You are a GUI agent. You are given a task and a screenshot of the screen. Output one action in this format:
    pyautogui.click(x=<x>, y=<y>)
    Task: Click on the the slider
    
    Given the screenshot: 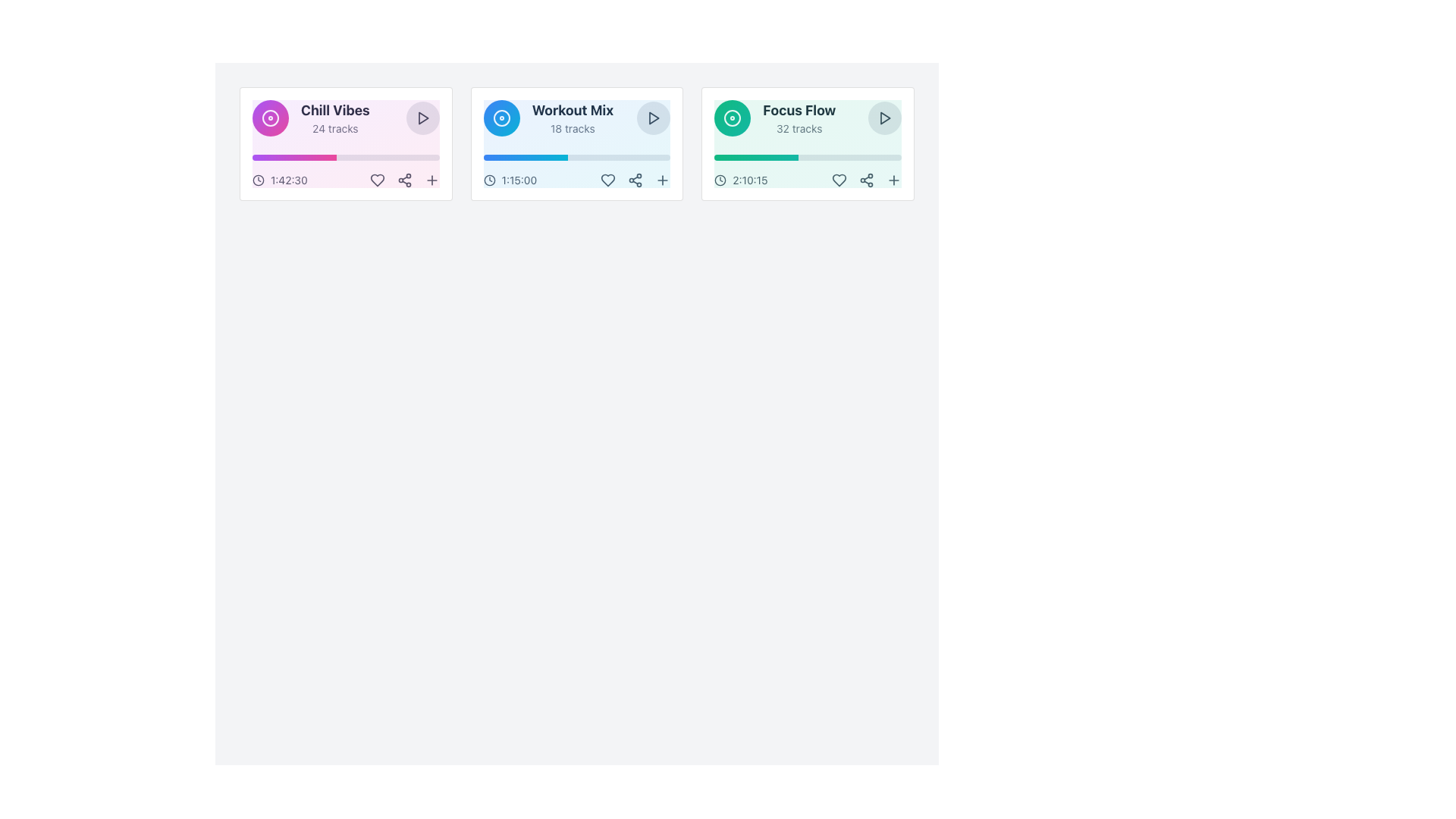 What is the action you would take?
    pyautogui.click(x=518, y=158)
    